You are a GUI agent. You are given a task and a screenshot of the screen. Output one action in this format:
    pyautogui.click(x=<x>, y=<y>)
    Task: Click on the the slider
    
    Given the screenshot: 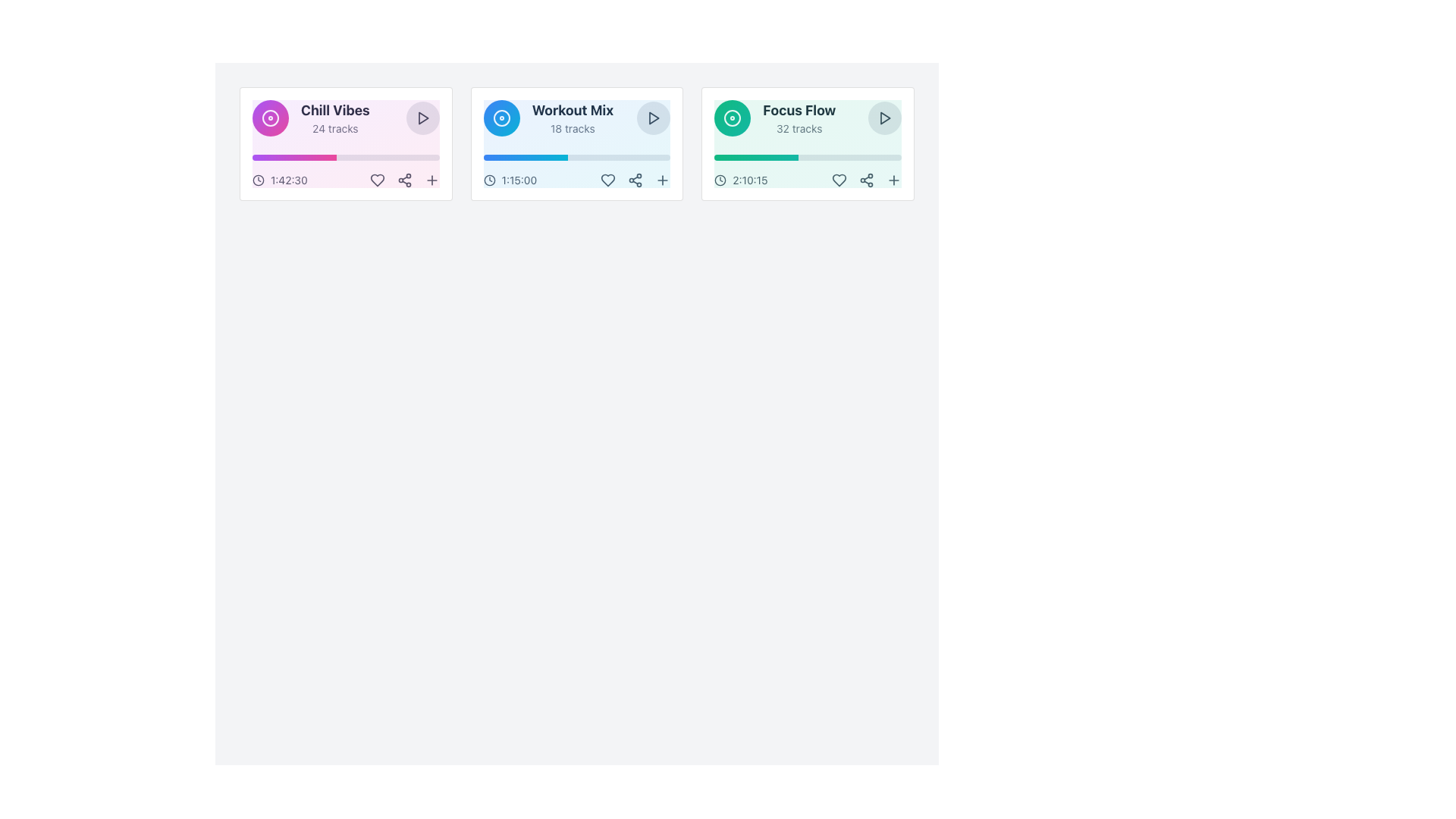 What is the action you would take?
    pyautogui.click(x=518, y=158)
    